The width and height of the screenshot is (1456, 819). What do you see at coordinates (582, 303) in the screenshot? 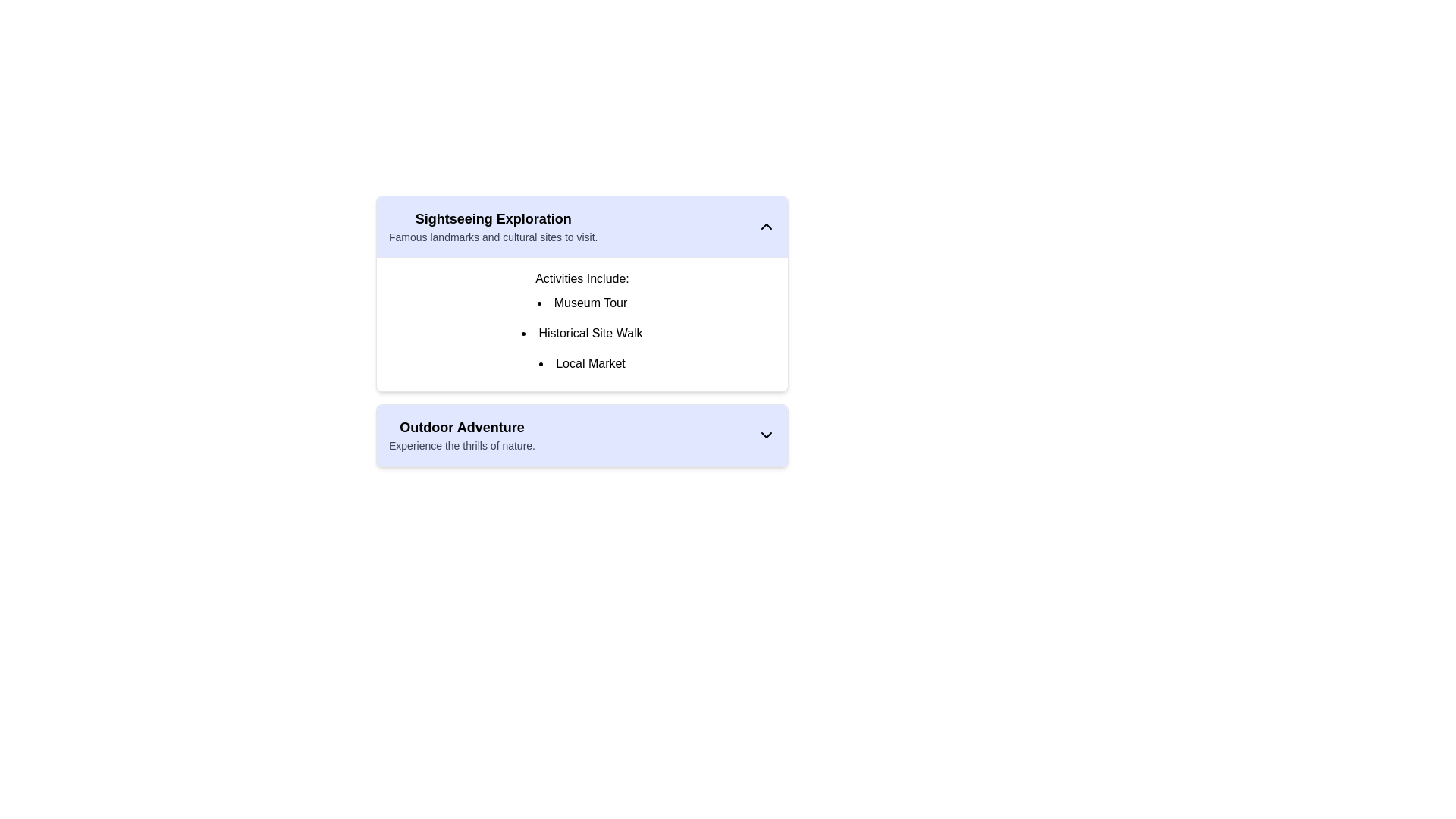
I see `text of the first list item 'Museum Tour' located under the header 'Activities Include' in the 'Sightseeing Exploration' section` at bounding box center [582, 303].